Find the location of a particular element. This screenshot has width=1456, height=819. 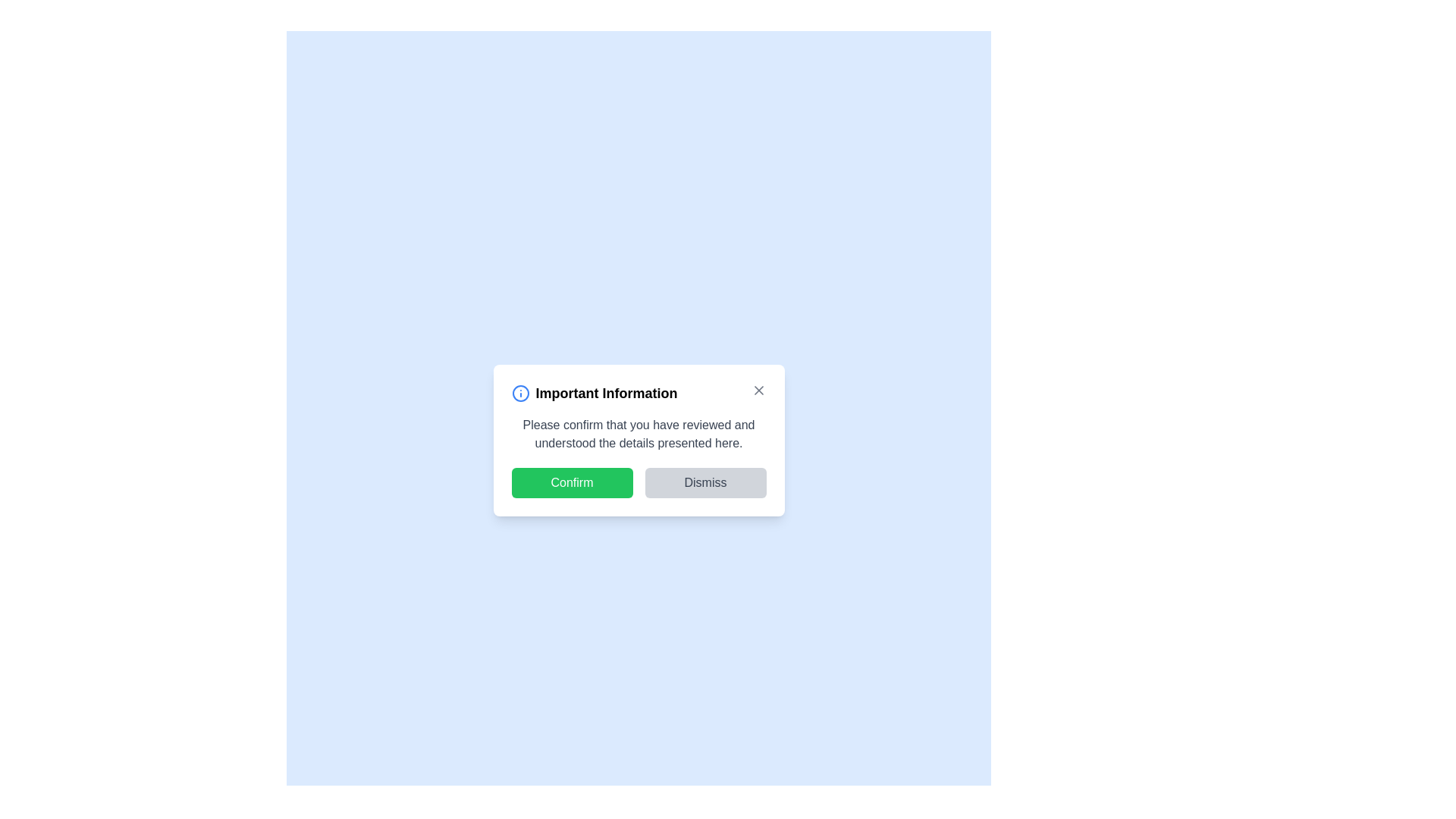

the important information icon located at the leftmost end of the header section of the modal is located at coordinates (520, 393).